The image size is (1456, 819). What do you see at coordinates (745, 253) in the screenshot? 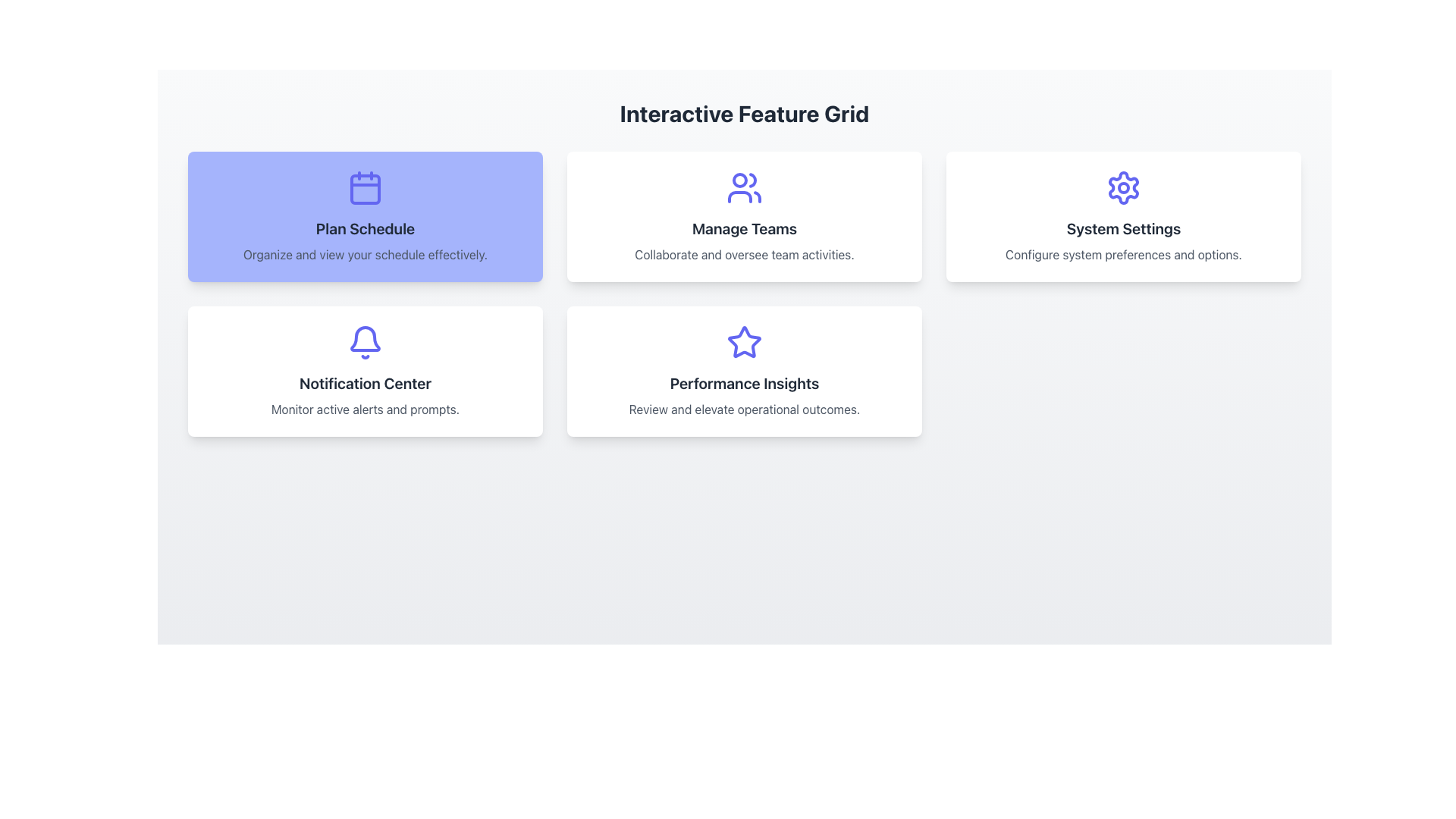
I see `explanatory subtitle text located below the title 'Manage Teams' within the 'Manage Teams' card` at bounding box center [745, 253].